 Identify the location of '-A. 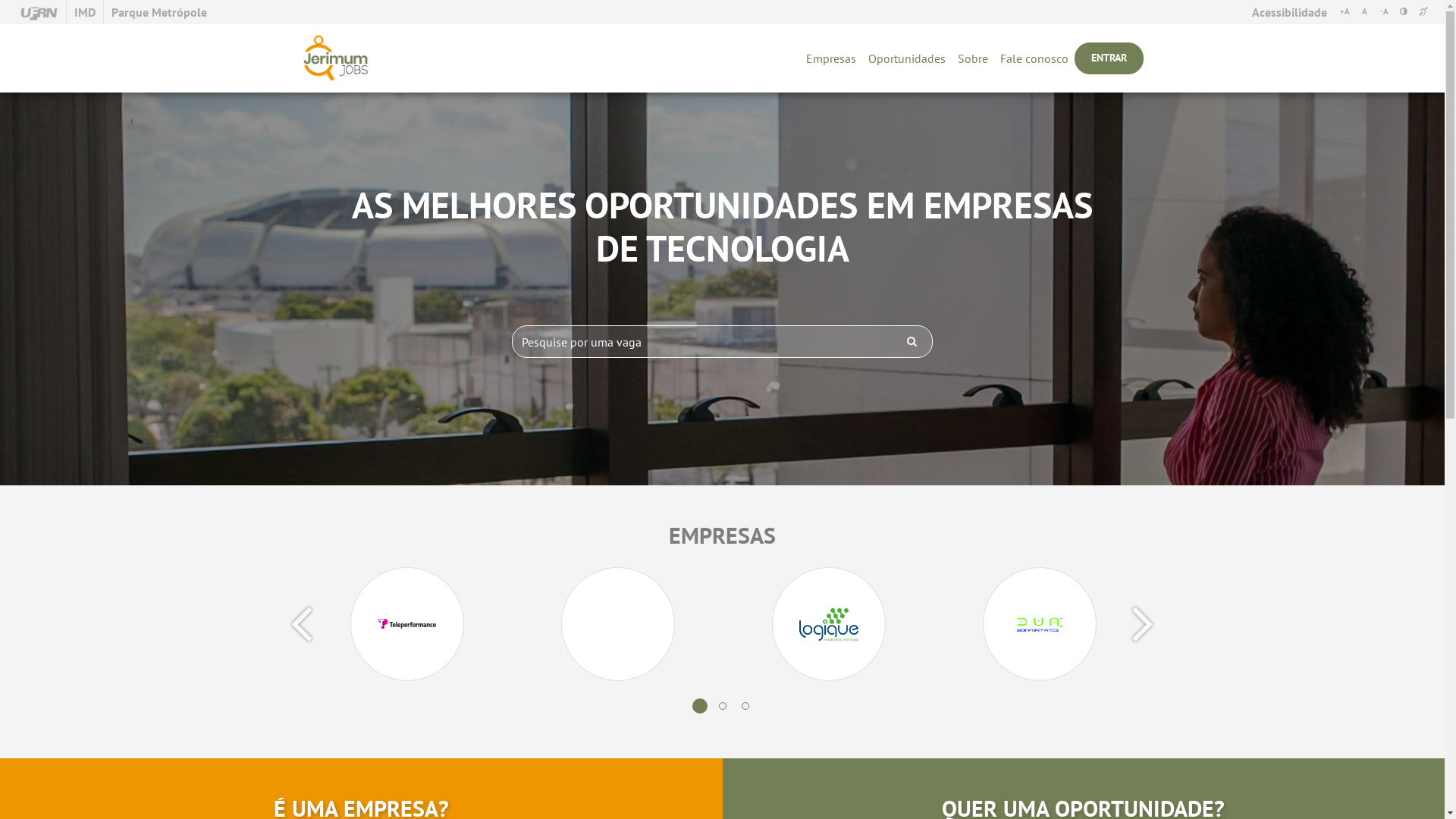
(1373, 11).